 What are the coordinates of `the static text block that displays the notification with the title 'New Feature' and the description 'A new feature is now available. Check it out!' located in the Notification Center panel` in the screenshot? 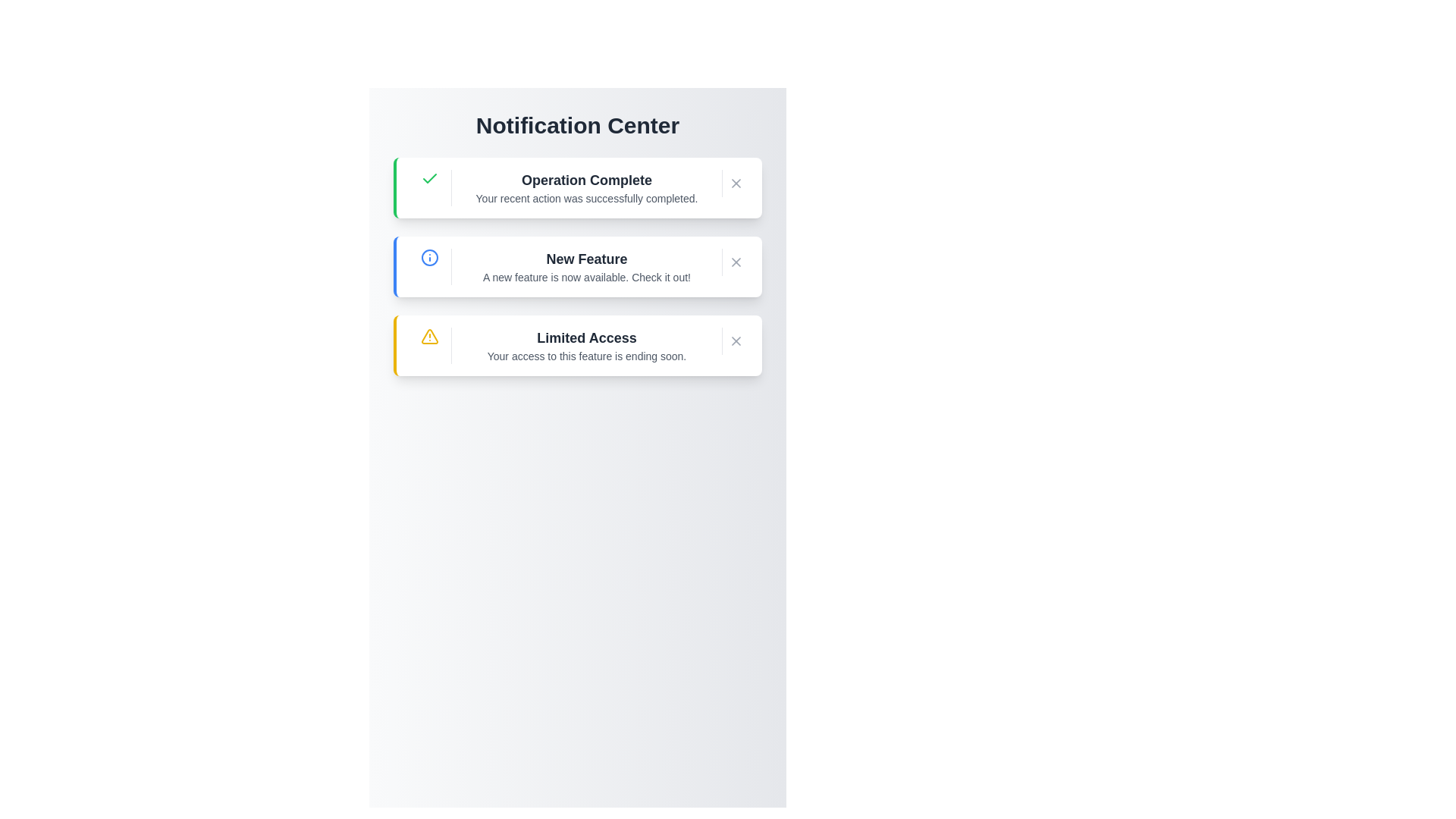 It's located at (585, 265).